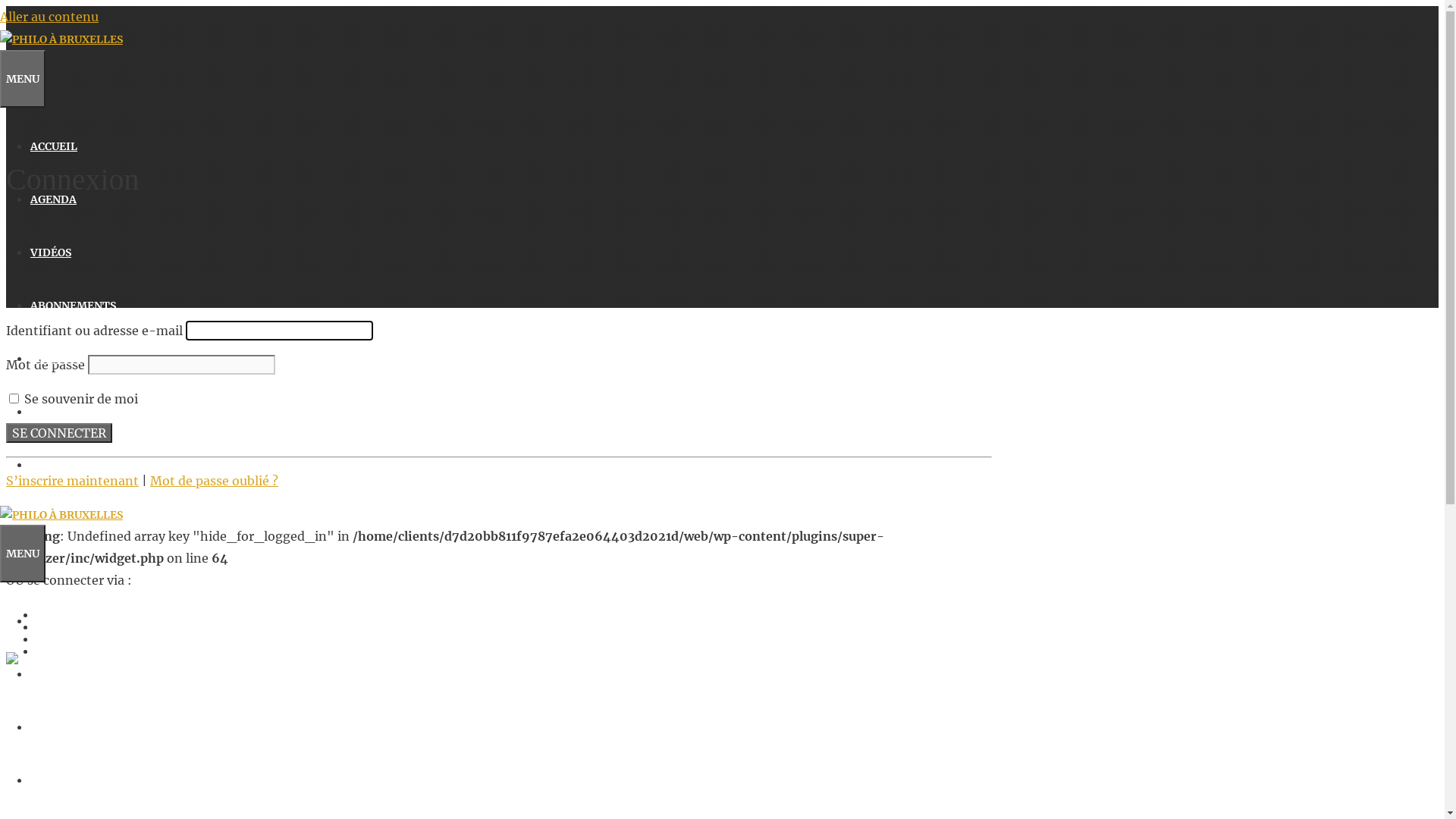  I want to click on 'MENU', so click(22, 79).